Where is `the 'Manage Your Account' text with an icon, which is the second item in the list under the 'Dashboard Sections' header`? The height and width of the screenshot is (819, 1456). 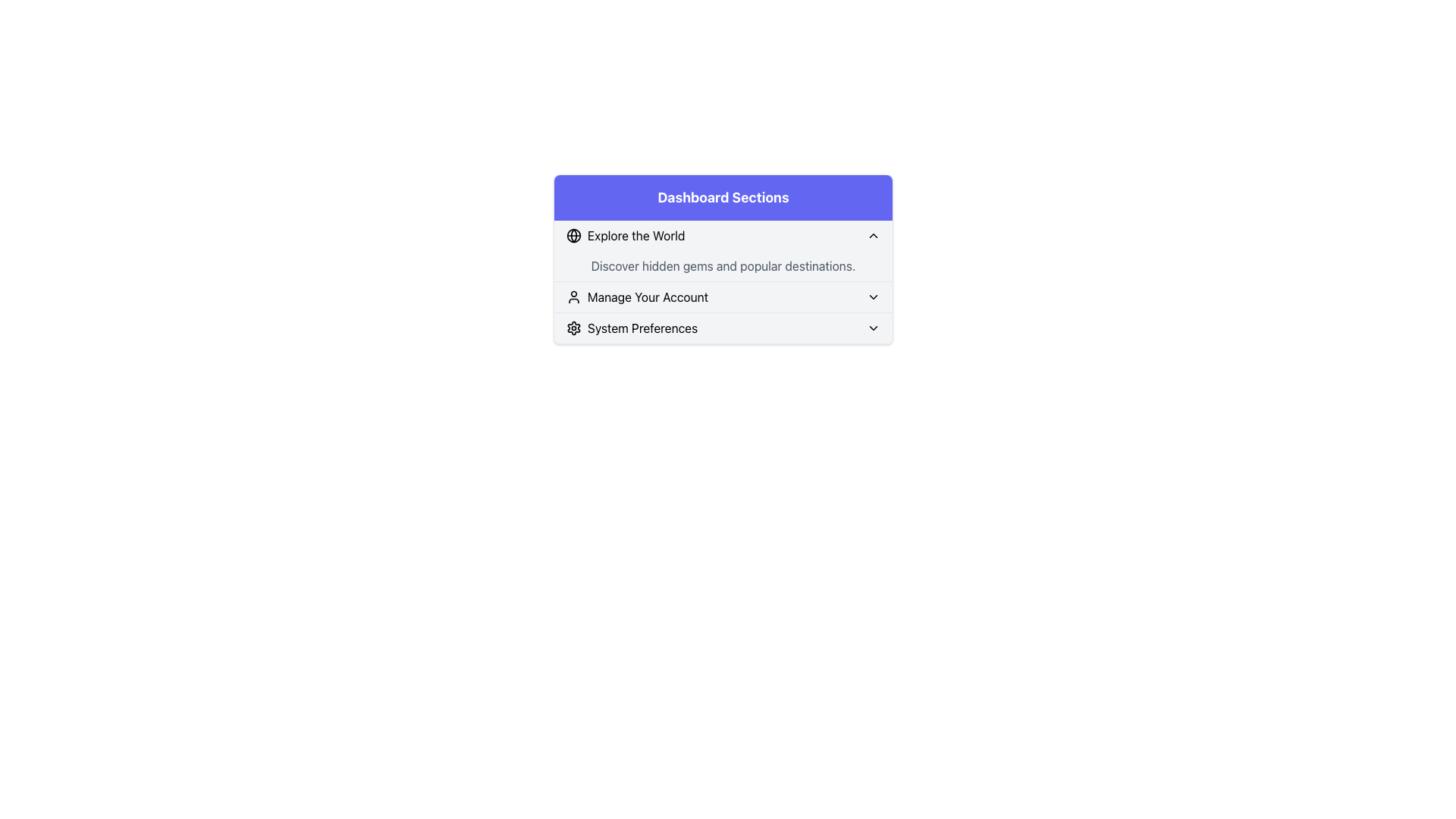
the 'Manage Your Account' text with an icon, which is the second item in the list under the 'Dashboard Sections' header is located at coordinates (637, 297).